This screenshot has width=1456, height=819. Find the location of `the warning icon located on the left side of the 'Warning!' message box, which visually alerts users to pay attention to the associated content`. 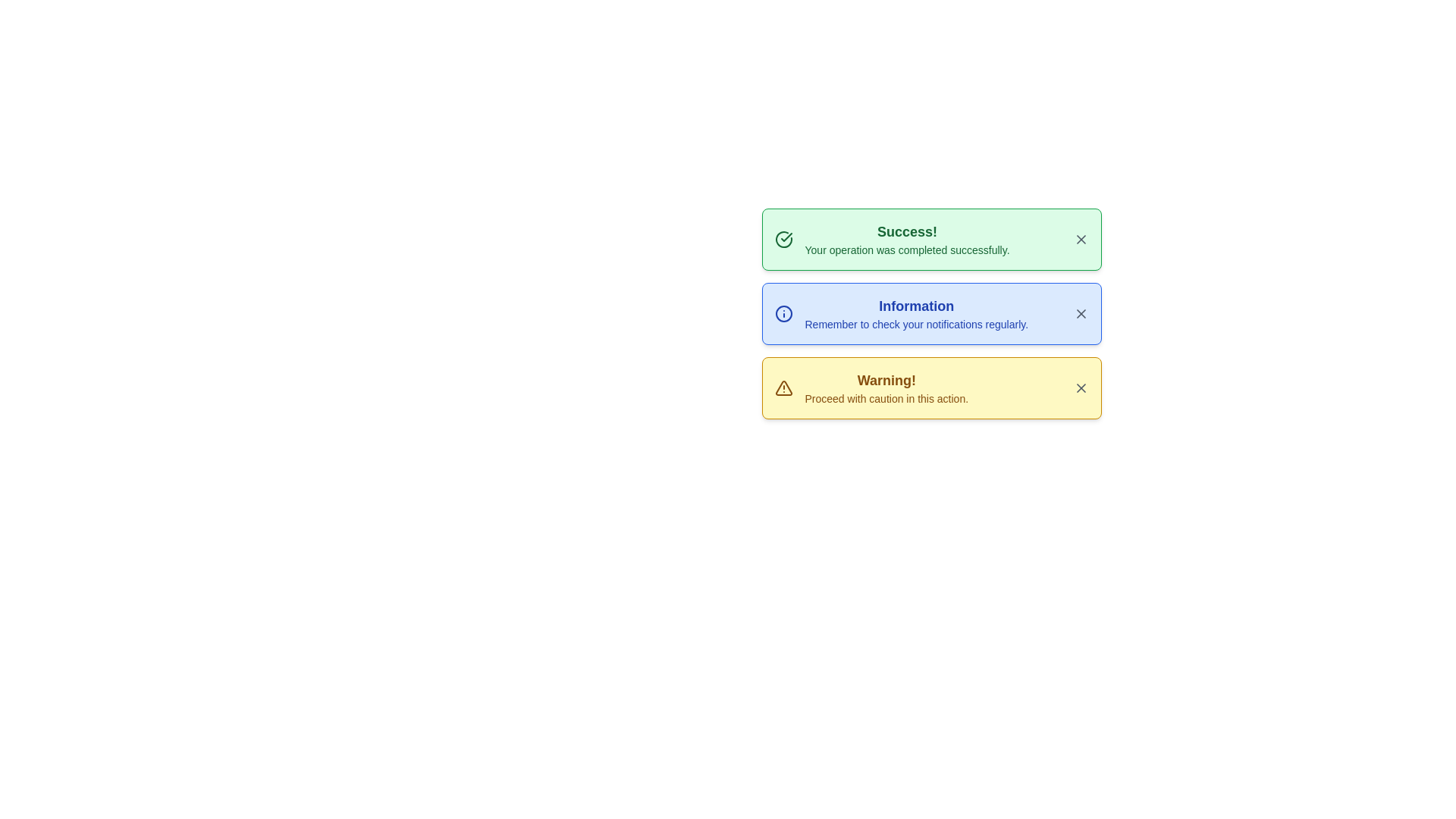

the warning icon located on the left side of the 'Warning!' message box, which visually alerts users to pay attention to the associated content is located at coordinates (783, 388).